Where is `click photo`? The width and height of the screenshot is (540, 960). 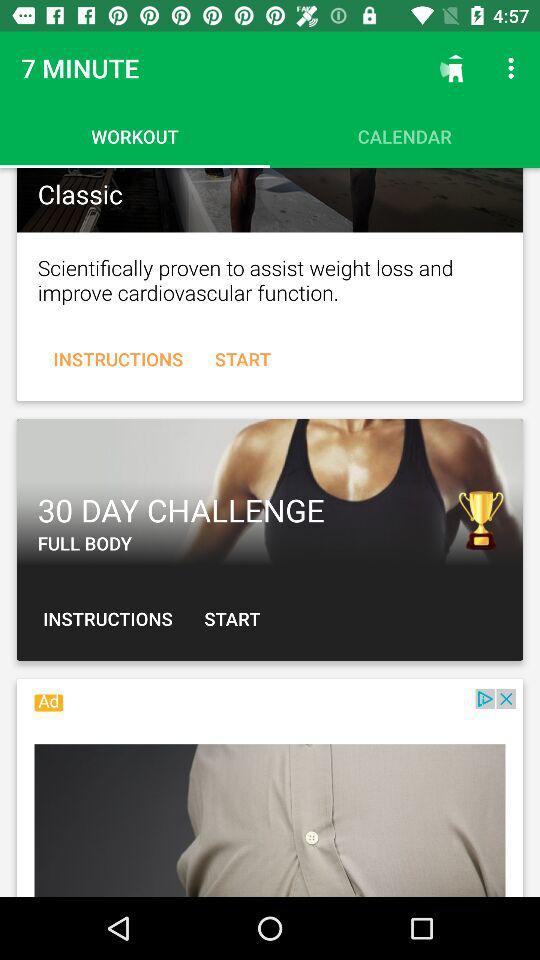
click photo is located at coordinates (270, 200).